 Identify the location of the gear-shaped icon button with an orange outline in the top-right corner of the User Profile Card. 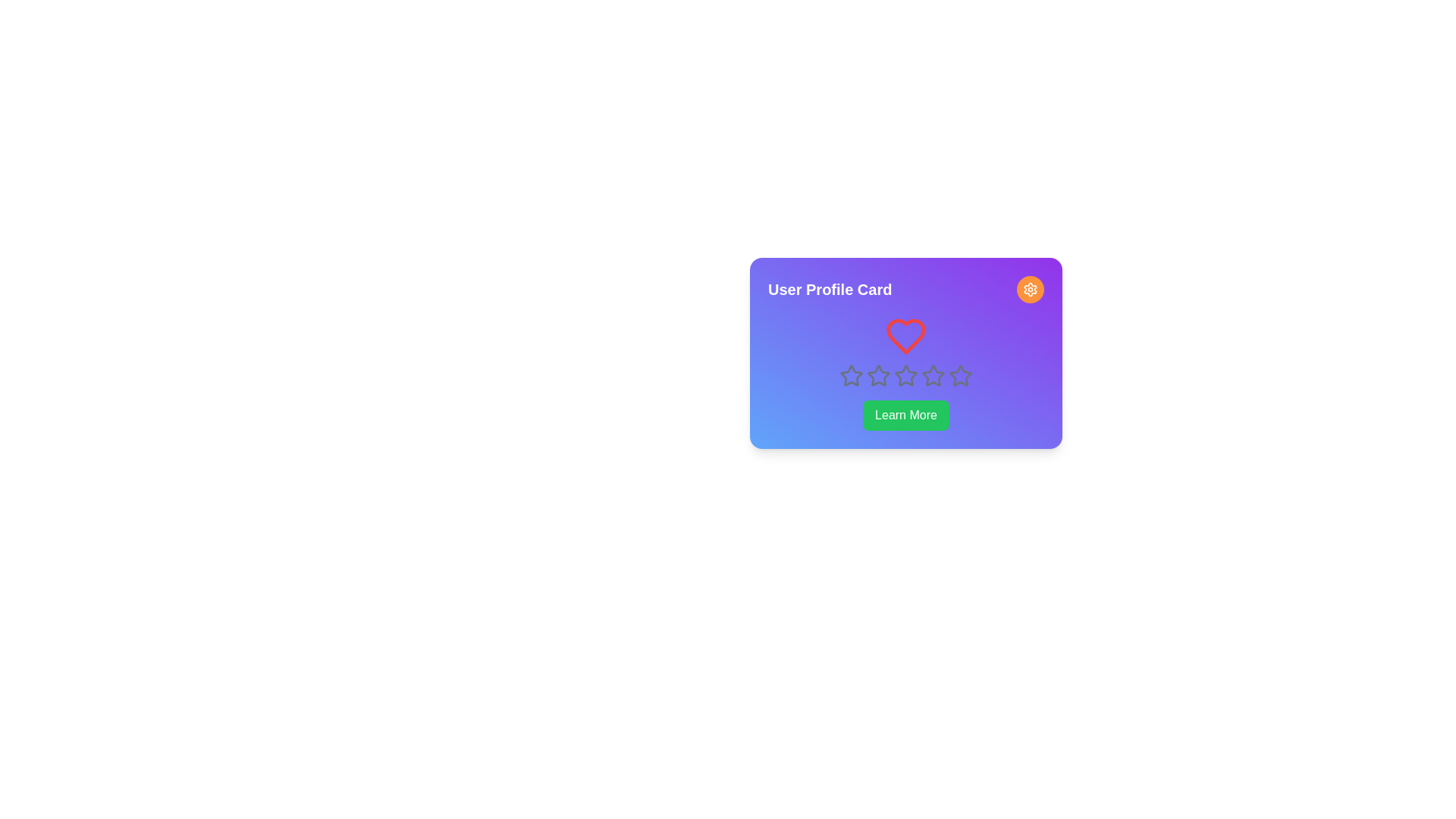
(1030, 289).